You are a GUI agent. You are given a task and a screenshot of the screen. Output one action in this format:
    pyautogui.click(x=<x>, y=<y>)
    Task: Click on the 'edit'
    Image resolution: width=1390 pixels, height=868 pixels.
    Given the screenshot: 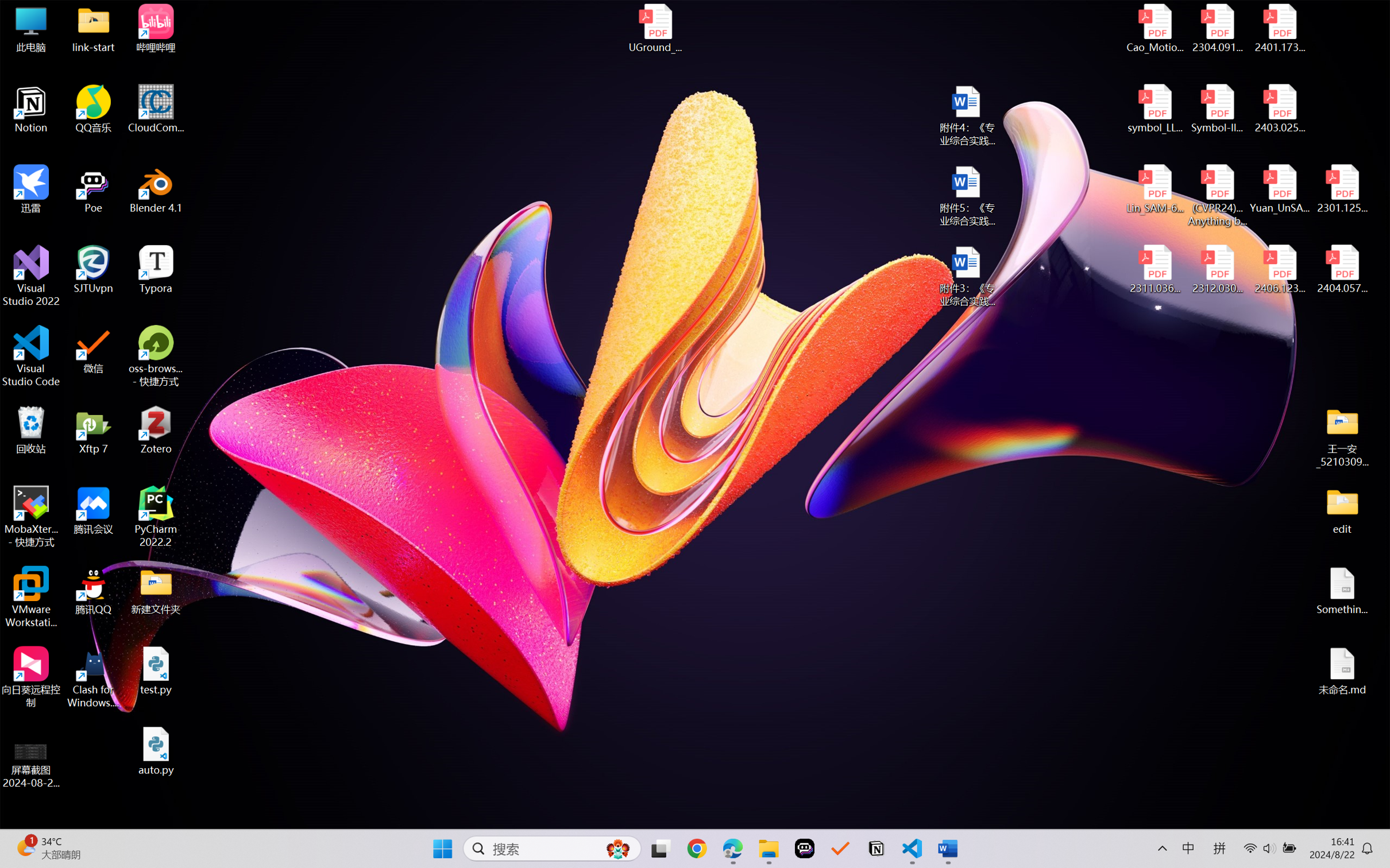 What is the action you would take?
    pyautogui.click(x=1341, y=509)
    